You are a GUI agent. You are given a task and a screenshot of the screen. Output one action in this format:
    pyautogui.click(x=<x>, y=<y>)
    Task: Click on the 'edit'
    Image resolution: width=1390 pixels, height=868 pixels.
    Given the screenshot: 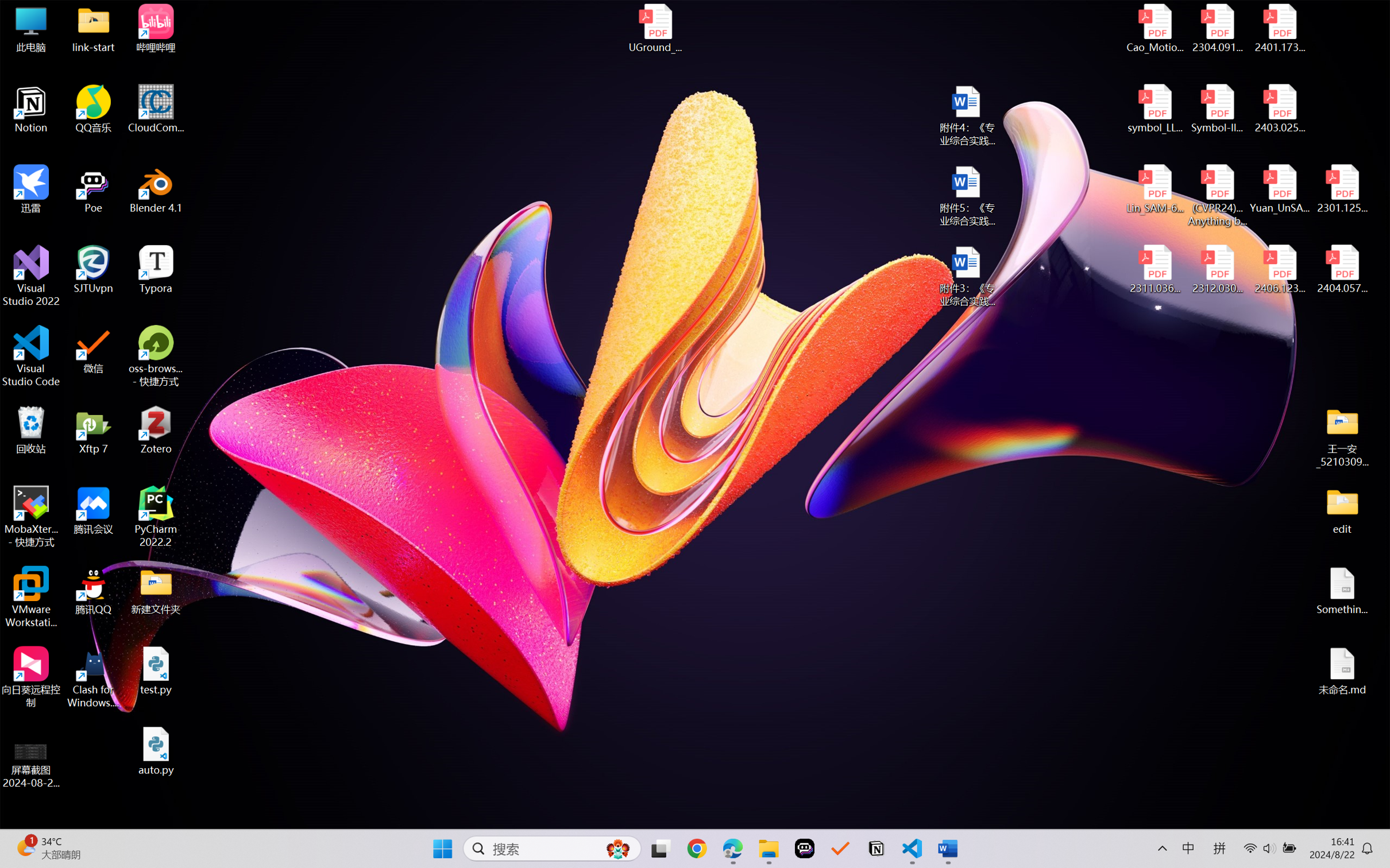 What is the action you would take?
    pyautogui.click(x=1341, y=509)
    